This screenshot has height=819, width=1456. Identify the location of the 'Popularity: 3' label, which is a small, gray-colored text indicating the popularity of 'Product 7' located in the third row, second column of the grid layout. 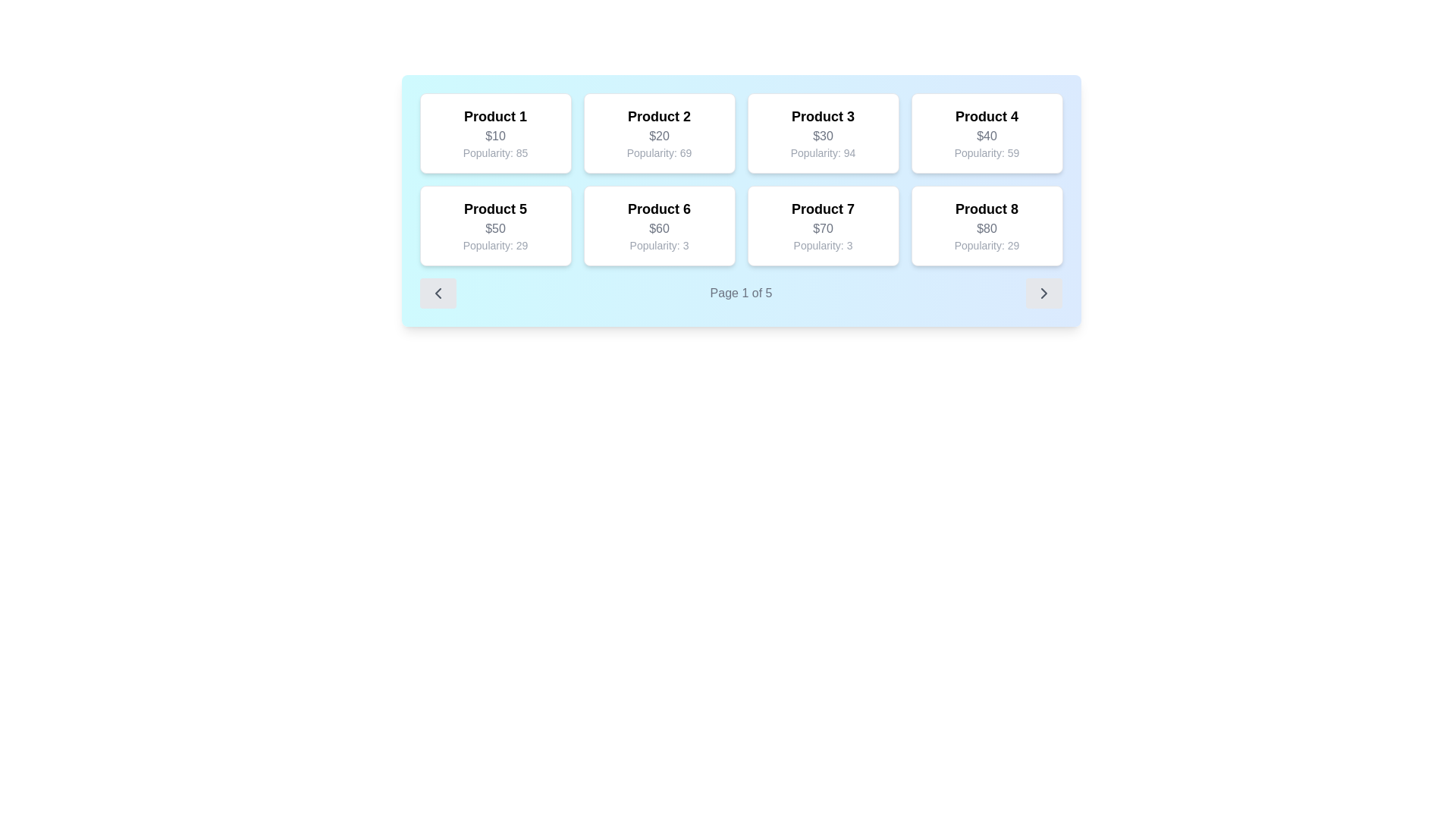
(822, 245).